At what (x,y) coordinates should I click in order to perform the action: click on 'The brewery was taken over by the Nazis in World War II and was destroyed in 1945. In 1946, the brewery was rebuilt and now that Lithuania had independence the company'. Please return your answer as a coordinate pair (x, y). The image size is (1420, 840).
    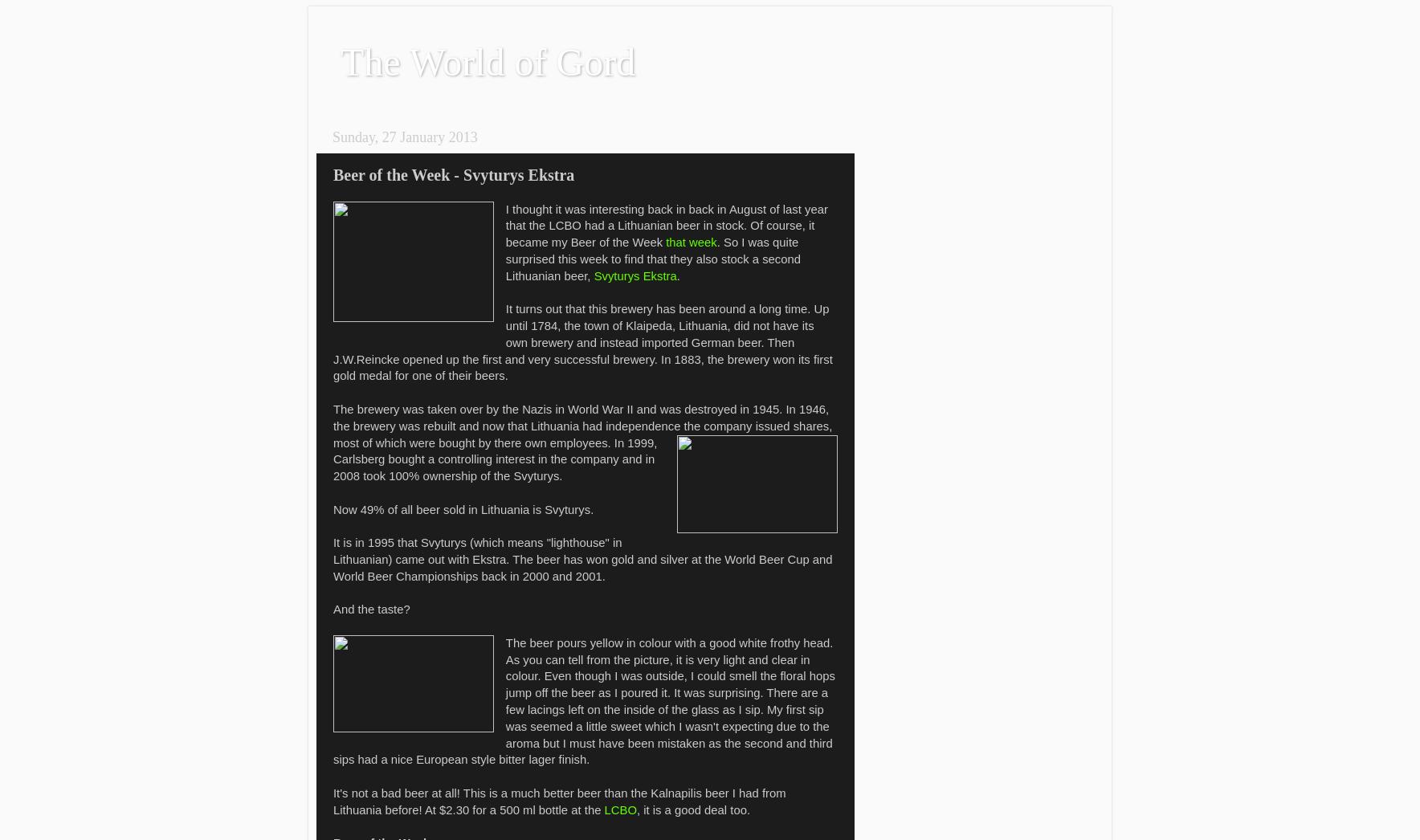
    Looking at the image, I should click on (581, 417).